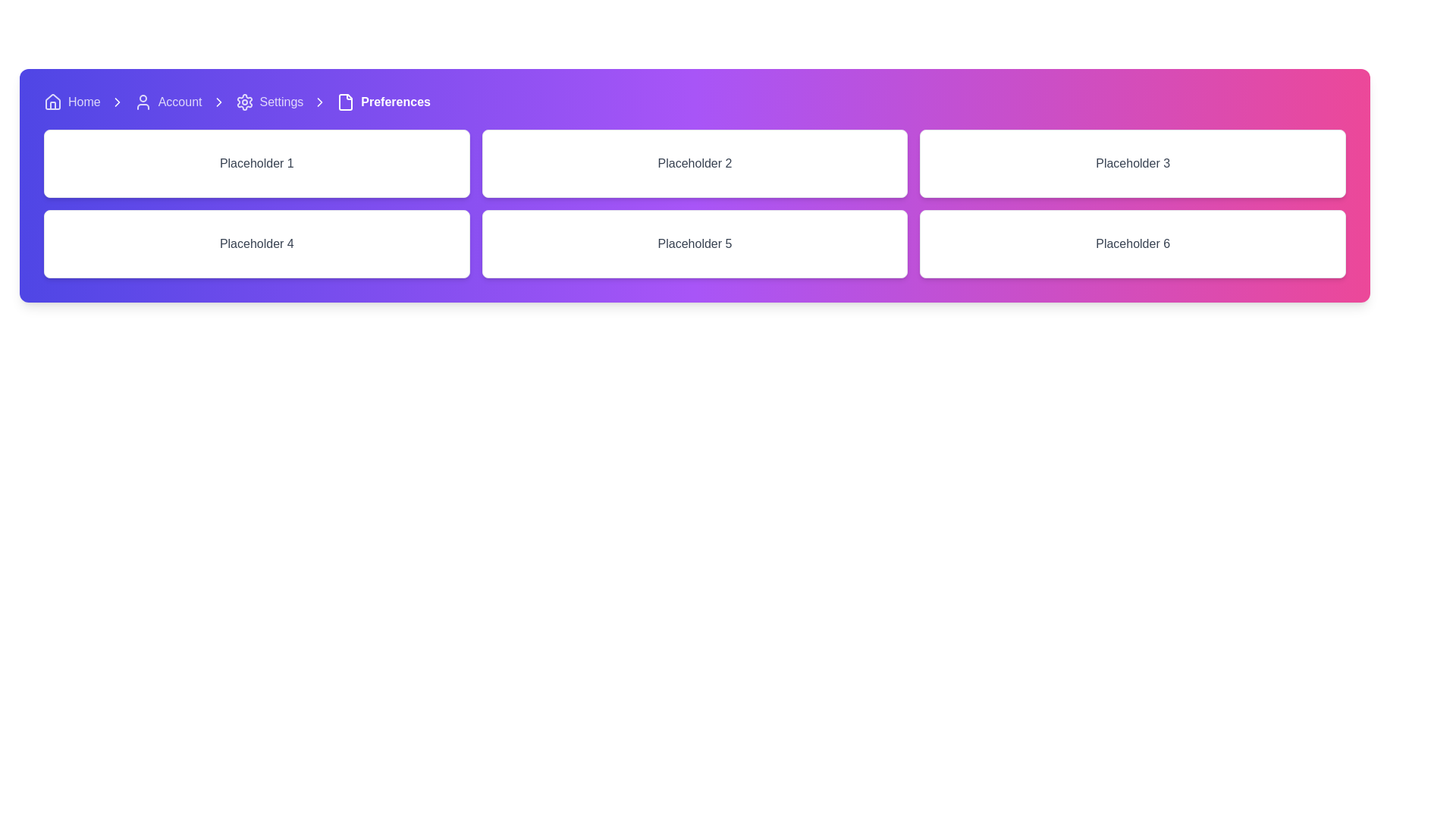  What do you see at coordinates (345, 102) in the screenshot?
I see `the rectangular icon resembling a file or document in the breadcrumb navigation bar` at bounding box center [345, 102].